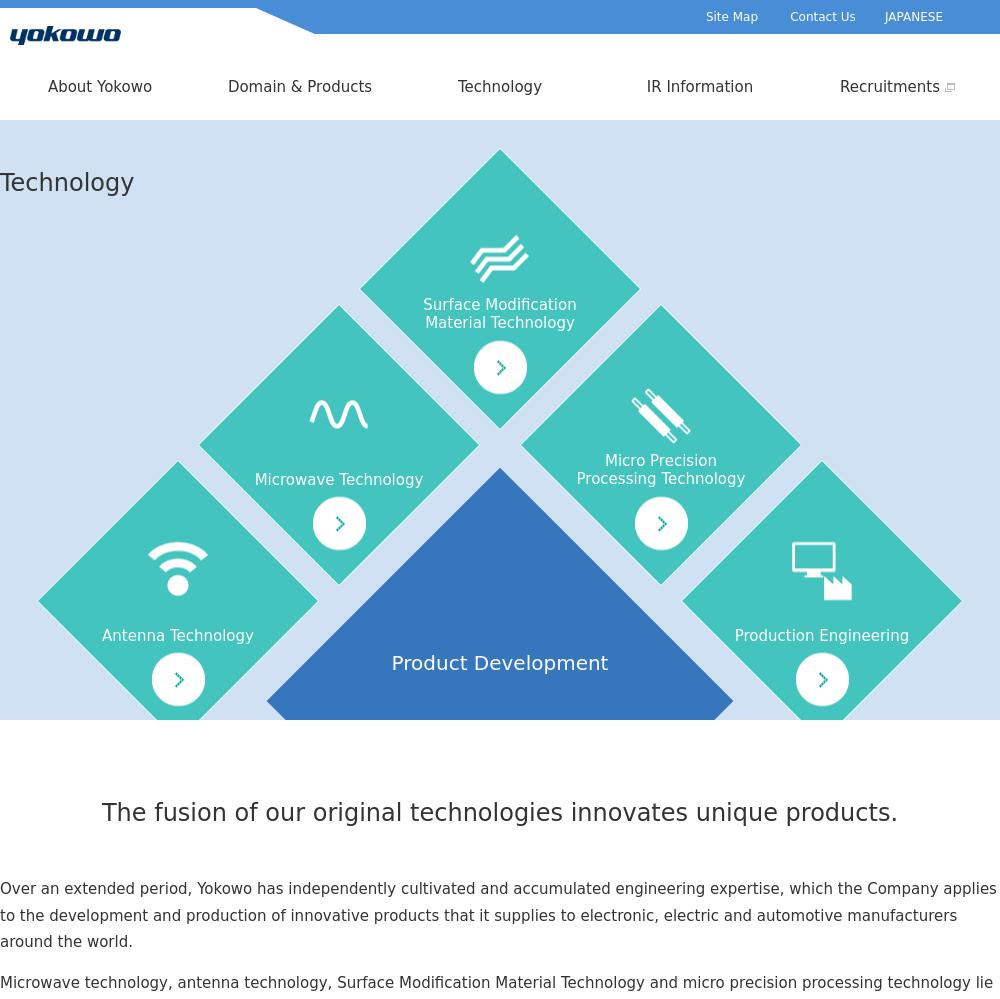  Describe the element at coordinates (498, 661) in the screenshot. I see `'Product Development'` at that location.